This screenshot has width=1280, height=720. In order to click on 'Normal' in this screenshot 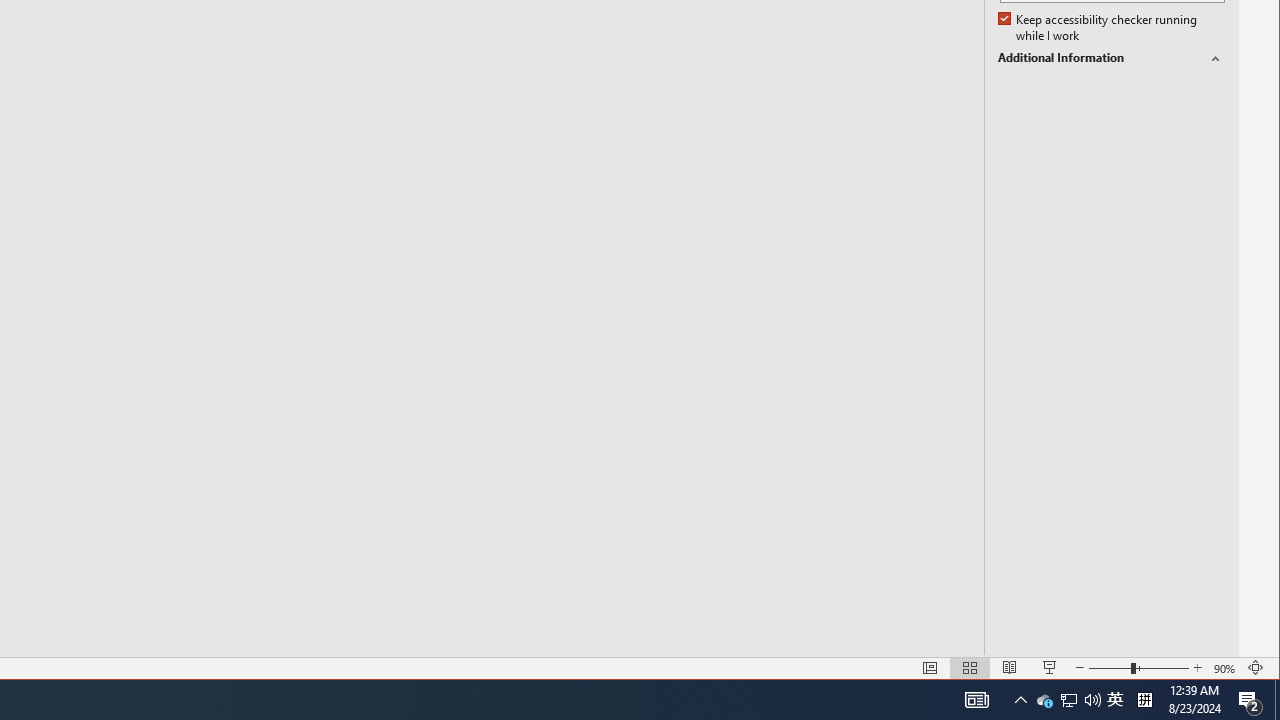, I will do `click(928, 668)`.